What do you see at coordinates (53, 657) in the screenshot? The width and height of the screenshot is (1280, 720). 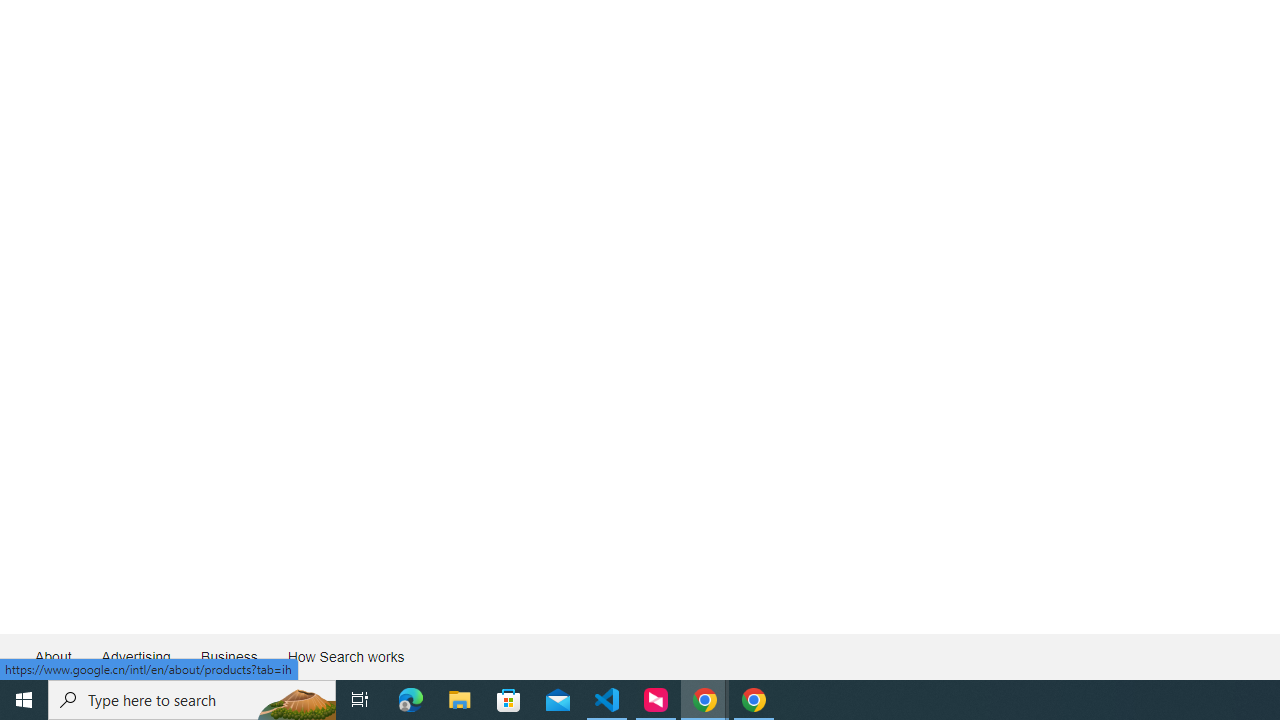 I see `'About'` at bounding box center [53, 657].